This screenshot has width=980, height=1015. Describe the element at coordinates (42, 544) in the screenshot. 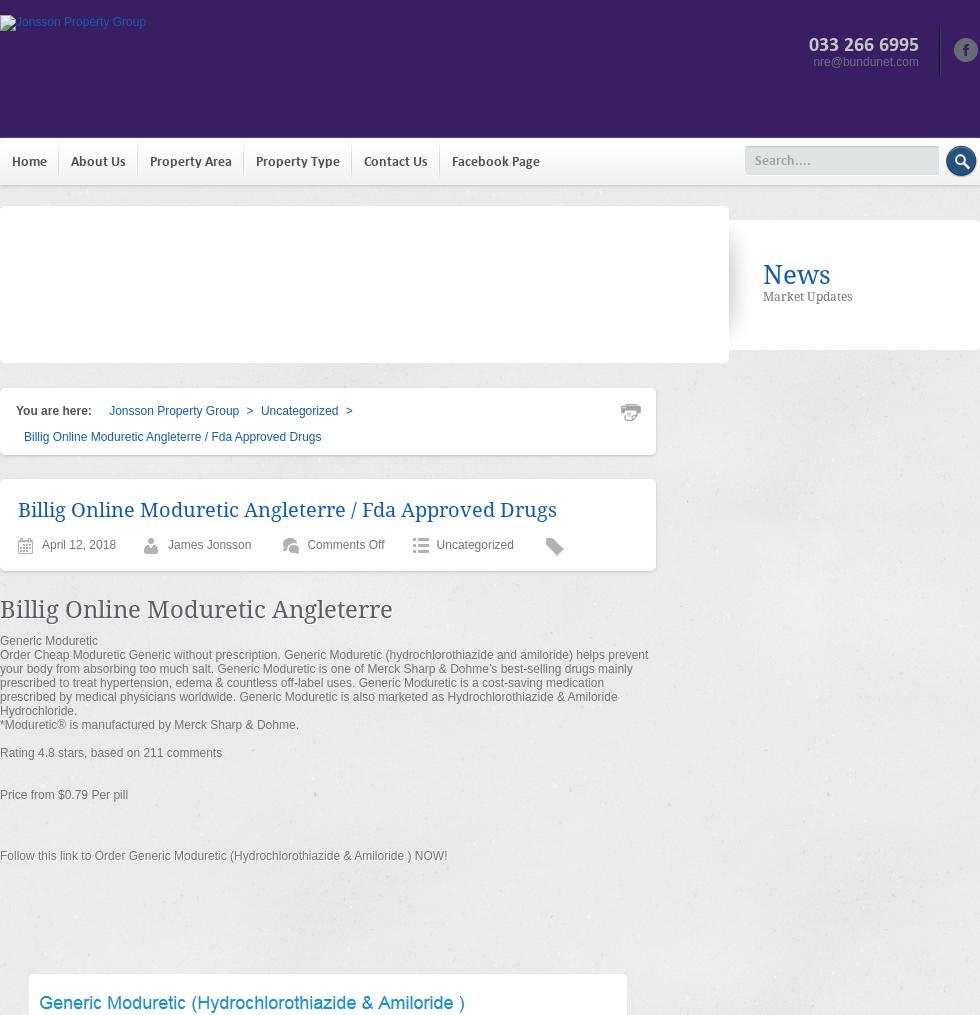

I see `'April 12, 2018'` at that location.